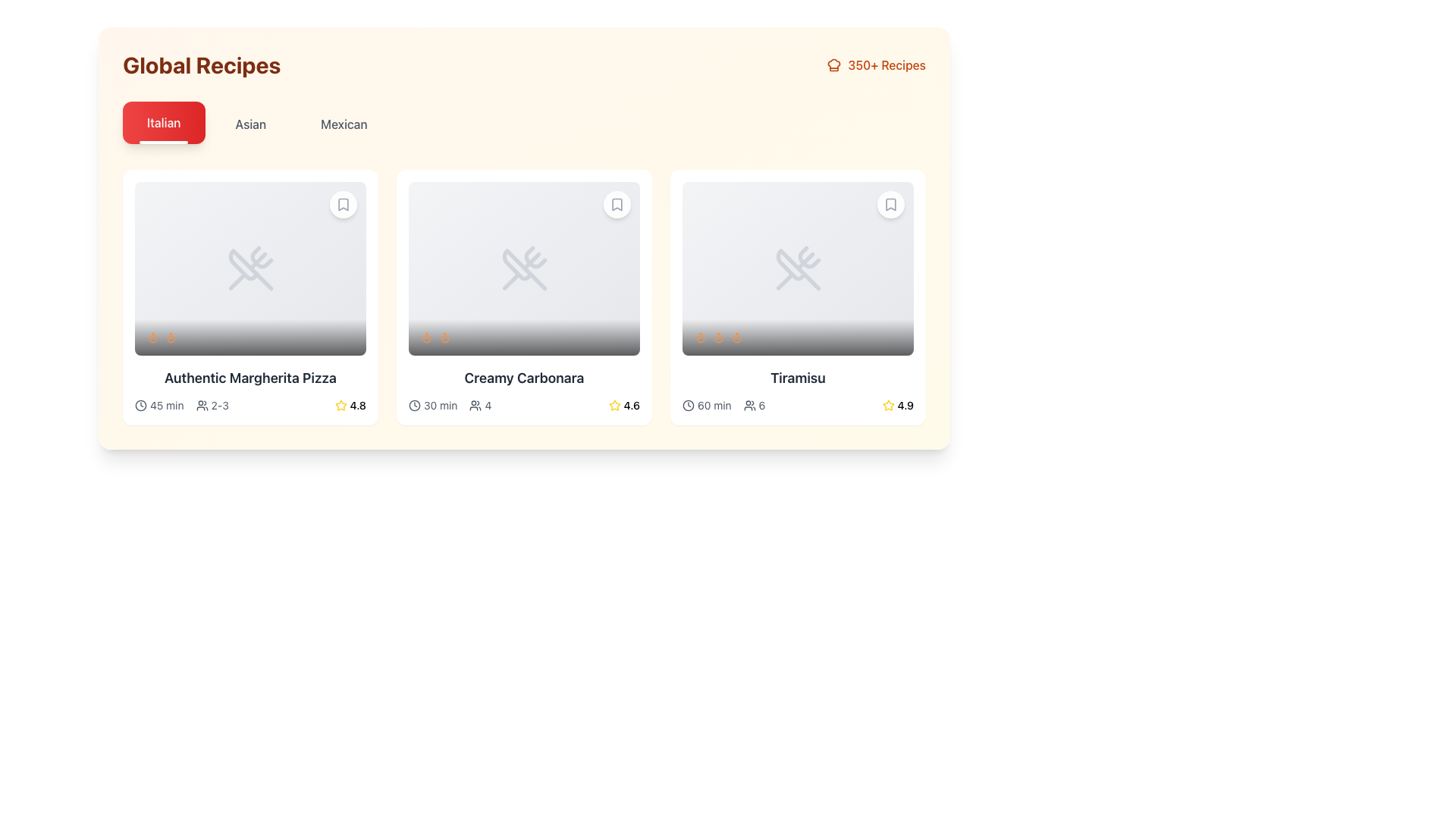  I want to click on the flame-shaped icon, which is the third in a series of four flame icons located beneath the 'Creamy Carbonara' section in the second recipe card, so click(444, 335).